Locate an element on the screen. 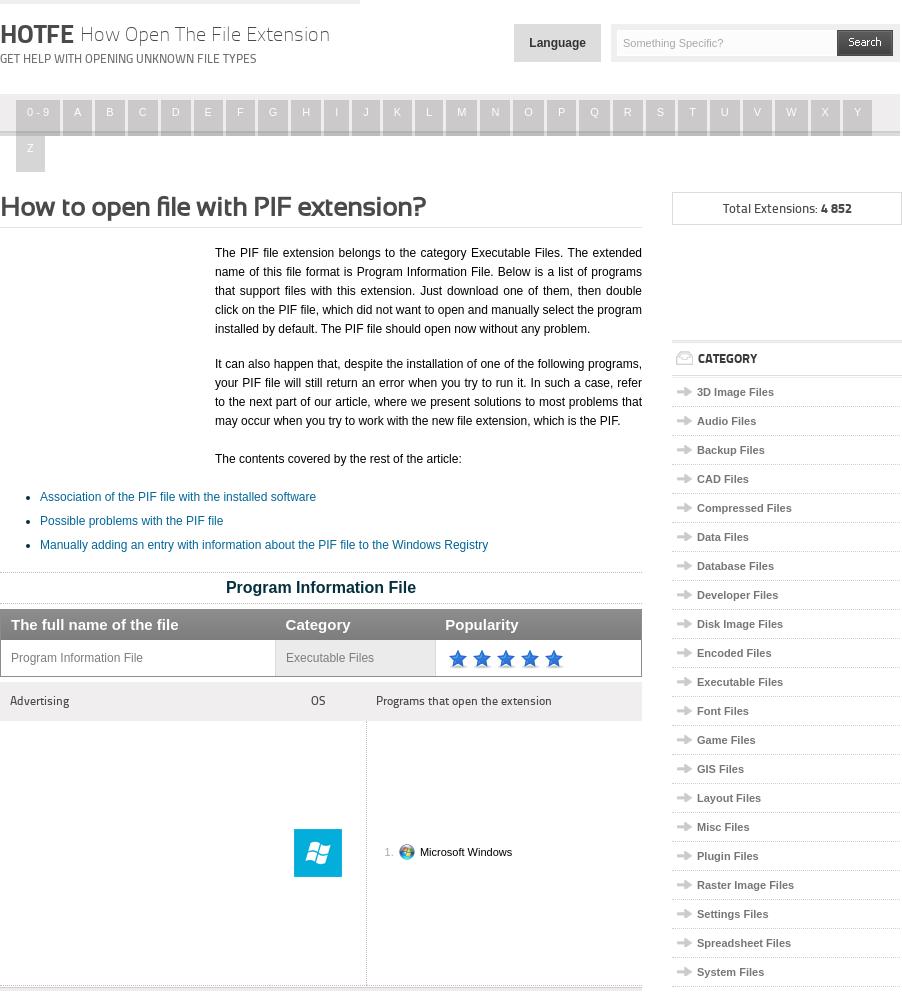 The width and height of the screenshot is (902, 996). 'K' is located at coordinates (396, 111).